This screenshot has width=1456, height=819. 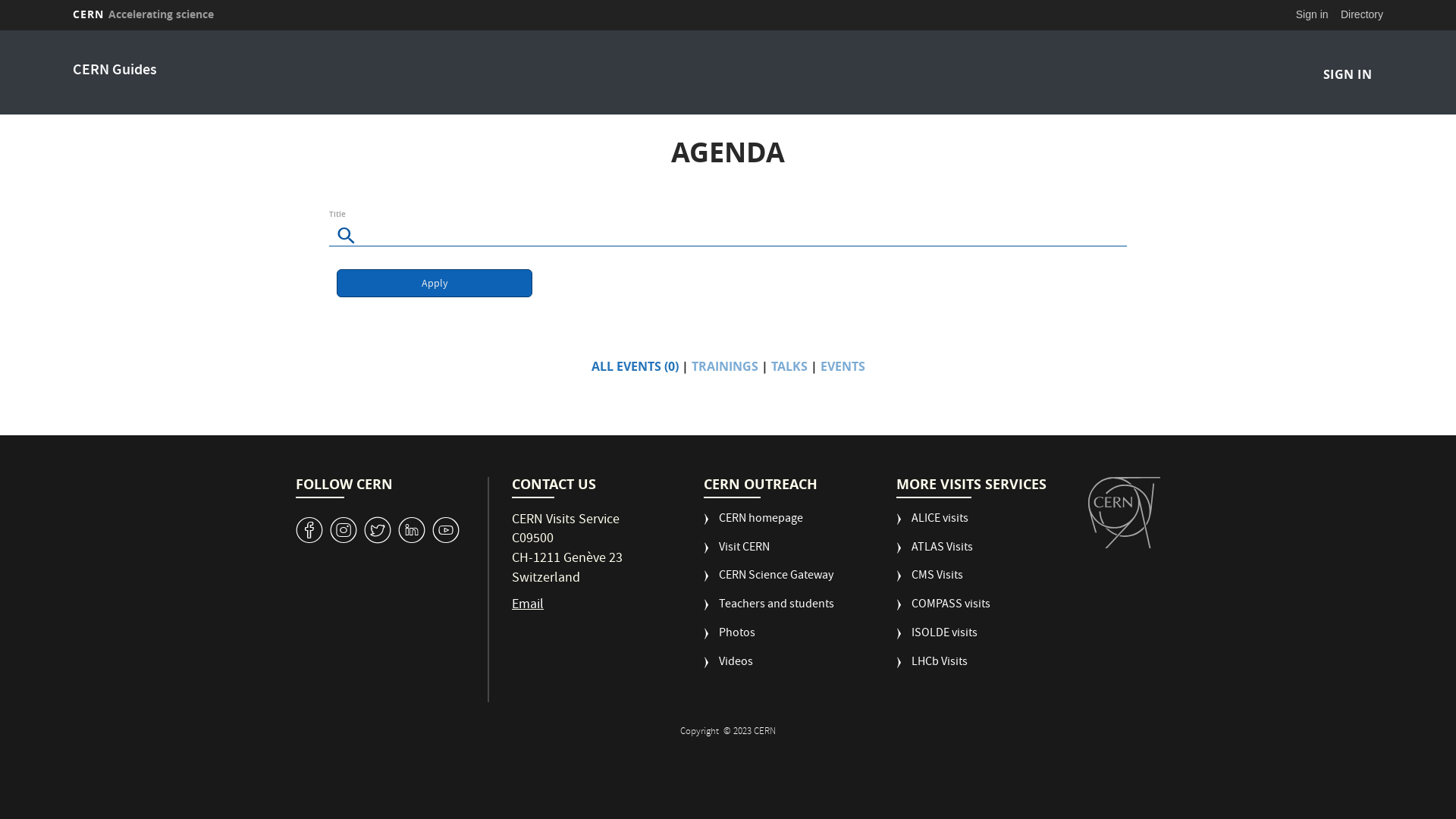 I want to click on 'M', so click(x=411, y=529).